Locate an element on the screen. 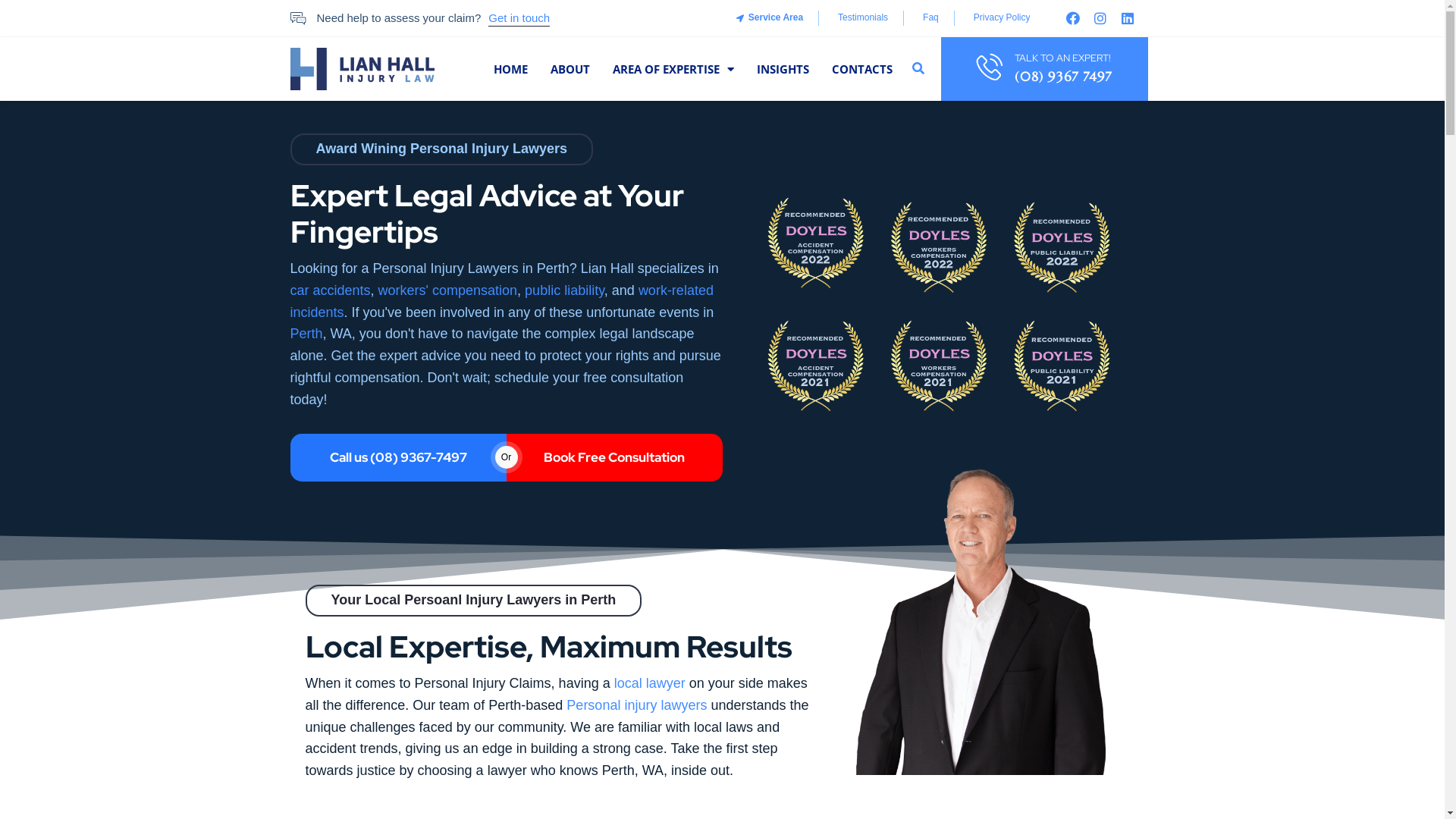 This screenshot has height=819, width=1456. 'Book Free Consultation' is located at coordinates (614, 457).